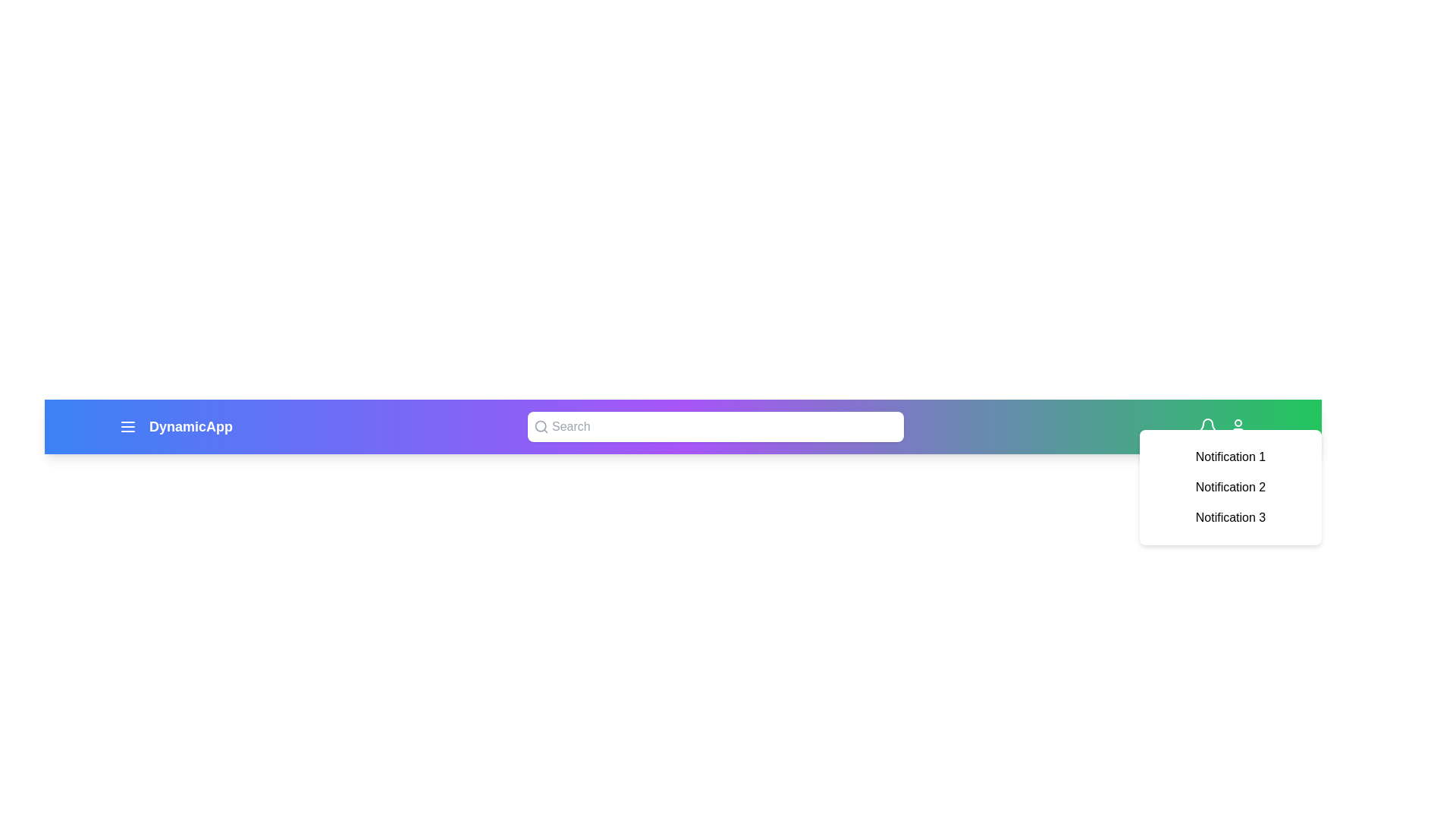 The width and height of the screenshot is (1456, 819). I want to click on the notification Notification 3 to view its details, so click(1230, 516).